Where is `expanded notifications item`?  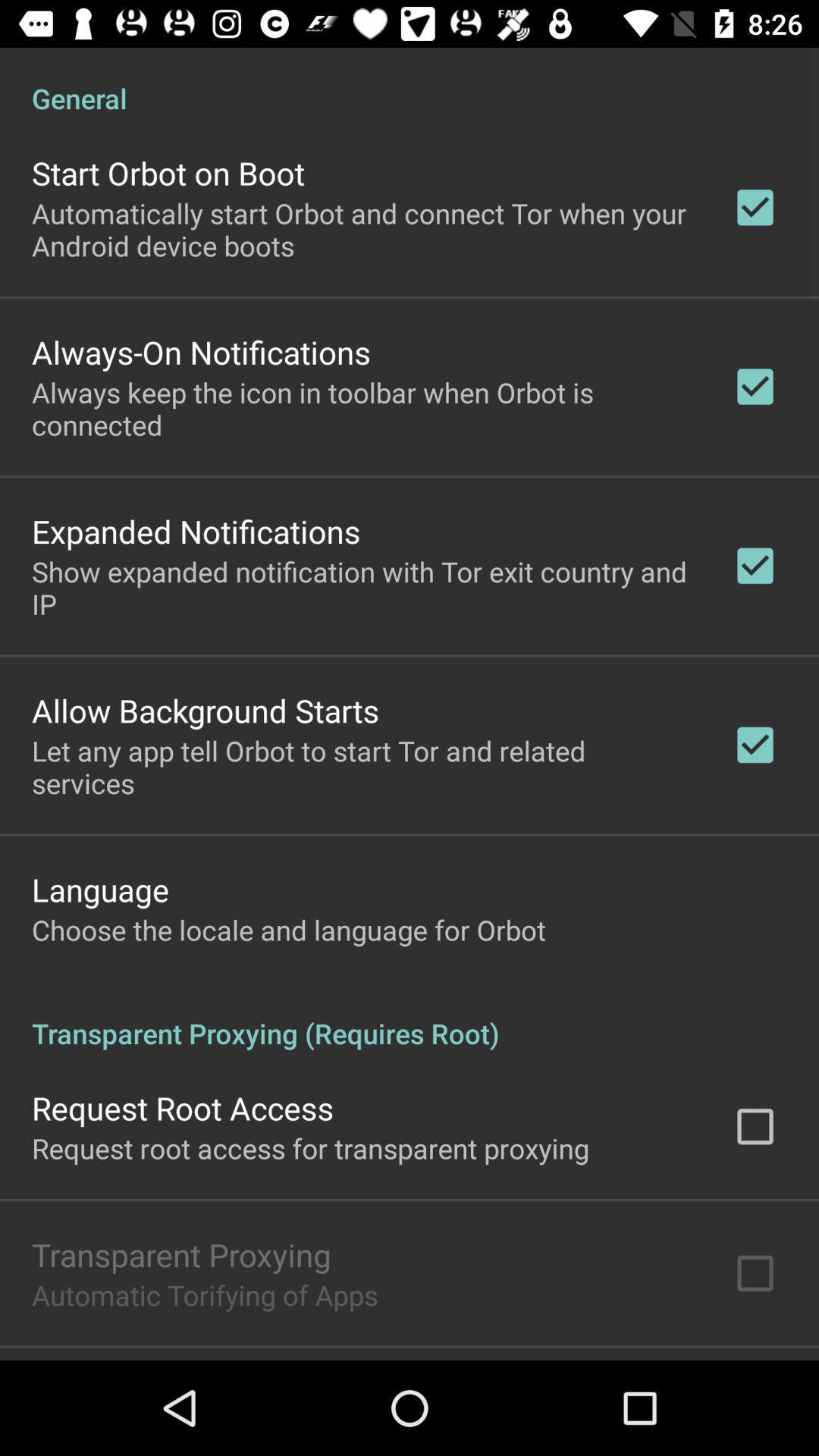 expanded notifications item is located at coordinates (195, 531).